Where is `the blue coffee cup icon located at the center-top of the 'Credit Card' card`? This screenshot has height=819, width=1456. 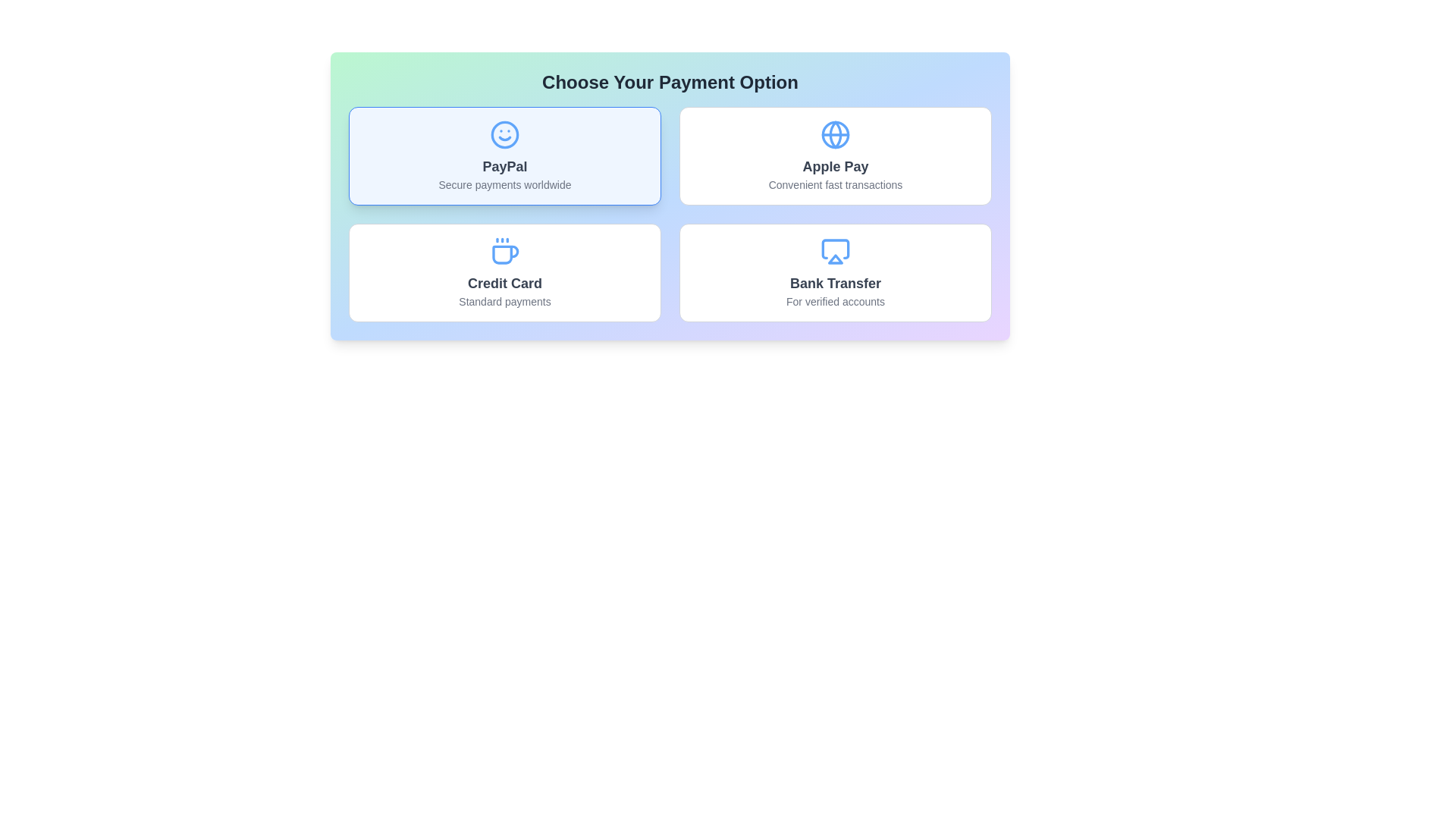
the blue coffee cup icon located at the center-top of the 'Credit Card' card is located at coordinates (505, 250).